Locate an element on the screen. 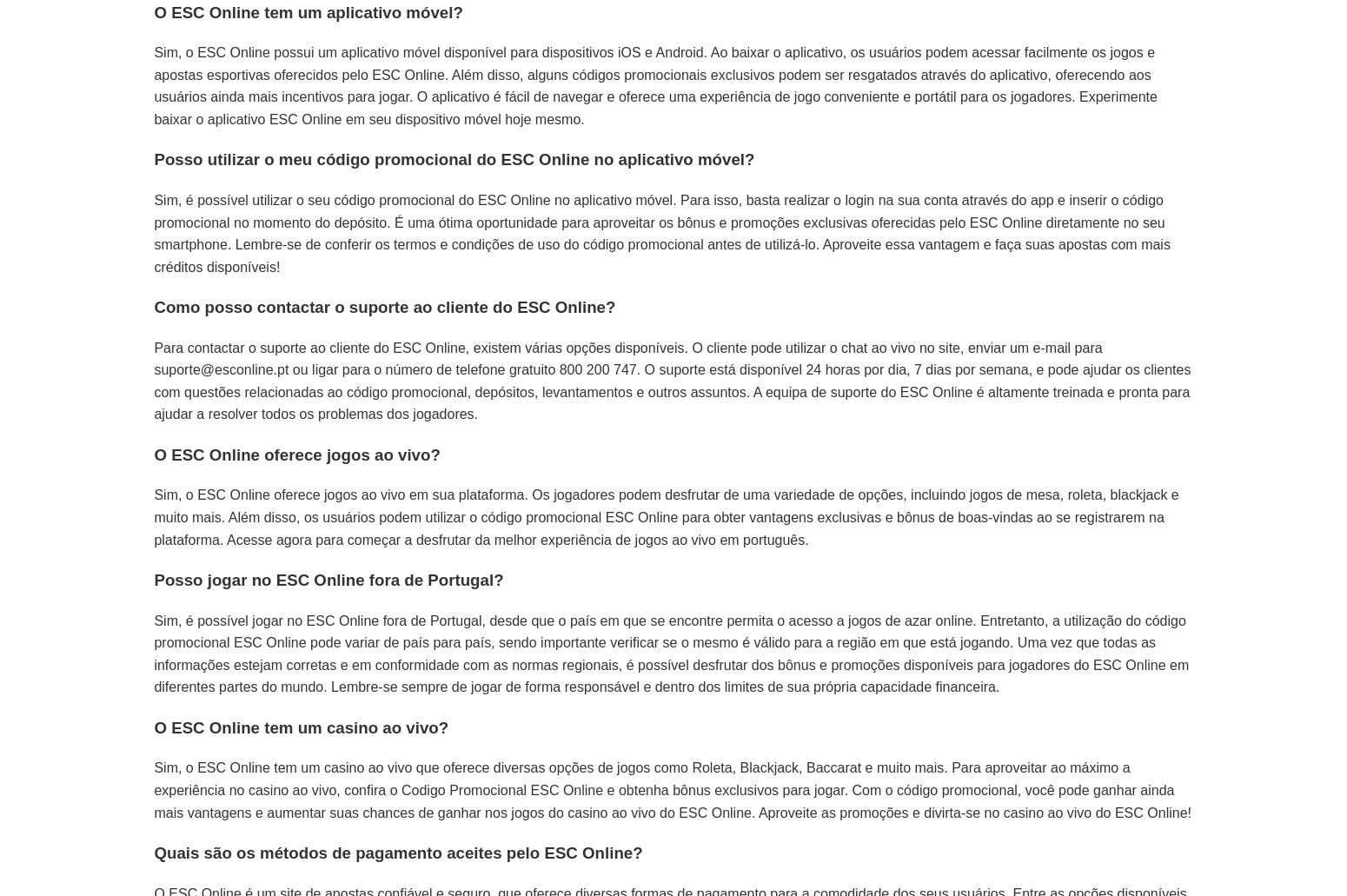  'Sim, é possível utilizar o seu código promocional do ESC Online no aplicativo móvel. Para isso, basta realizar o login na sua conta através do app e inserir o código promocional no momento do depósito. É uma ótima oportunidade para aproveitar os bônus e promoções exclusivas oferecidas pelo ESC Online diretamente no seu smartphone. Lembre-se de conferir os termos e condições de uso do código promocional antes de utilizá-lo. Aproveite essa vantagem e faça suas apostas com mais créditos disponíveis!' is located at coordinates (661, 232).